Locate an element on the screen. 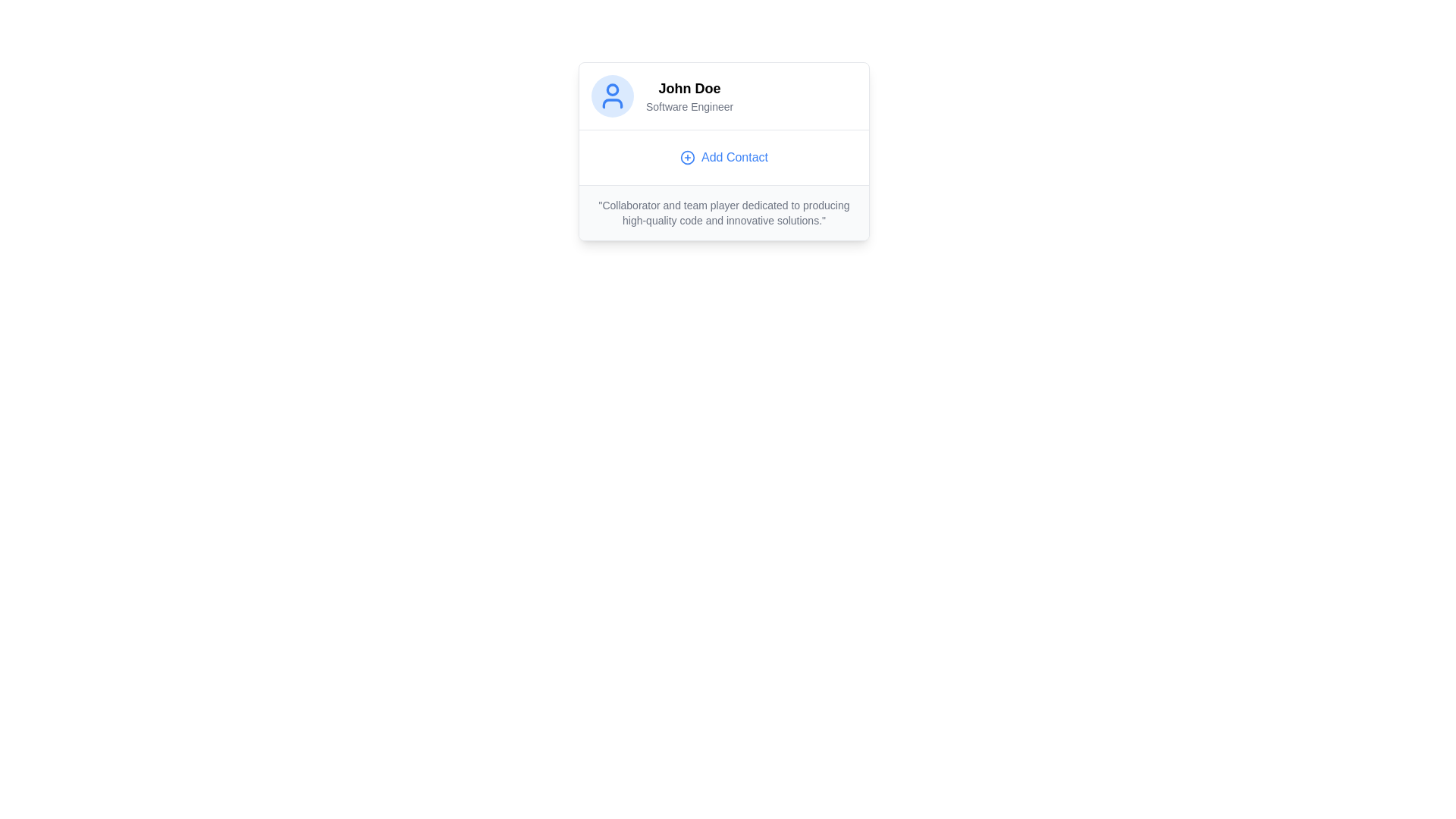 The width and height of the screenshot is (1456, 819). the text label that displays the individual's name, which is located in the top-left corner of the card above the 'Software Engineer' text is located at coordinates (689, 88).